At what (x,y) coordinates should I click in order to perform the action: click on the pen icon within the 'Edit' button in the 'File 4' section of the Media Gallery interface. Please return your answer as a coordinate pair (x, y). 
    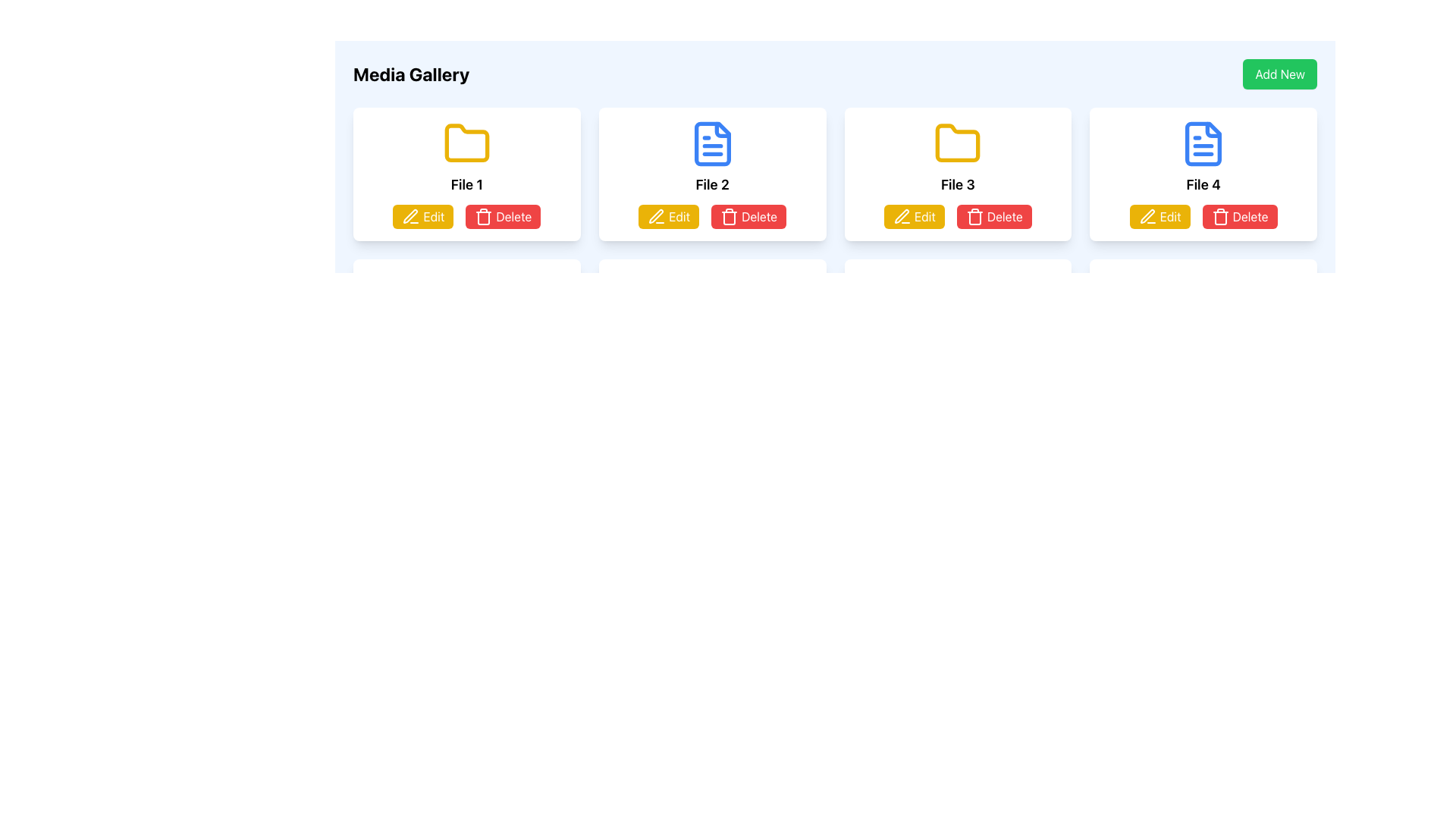
    Looking at the image, I should click on (1147, 216).